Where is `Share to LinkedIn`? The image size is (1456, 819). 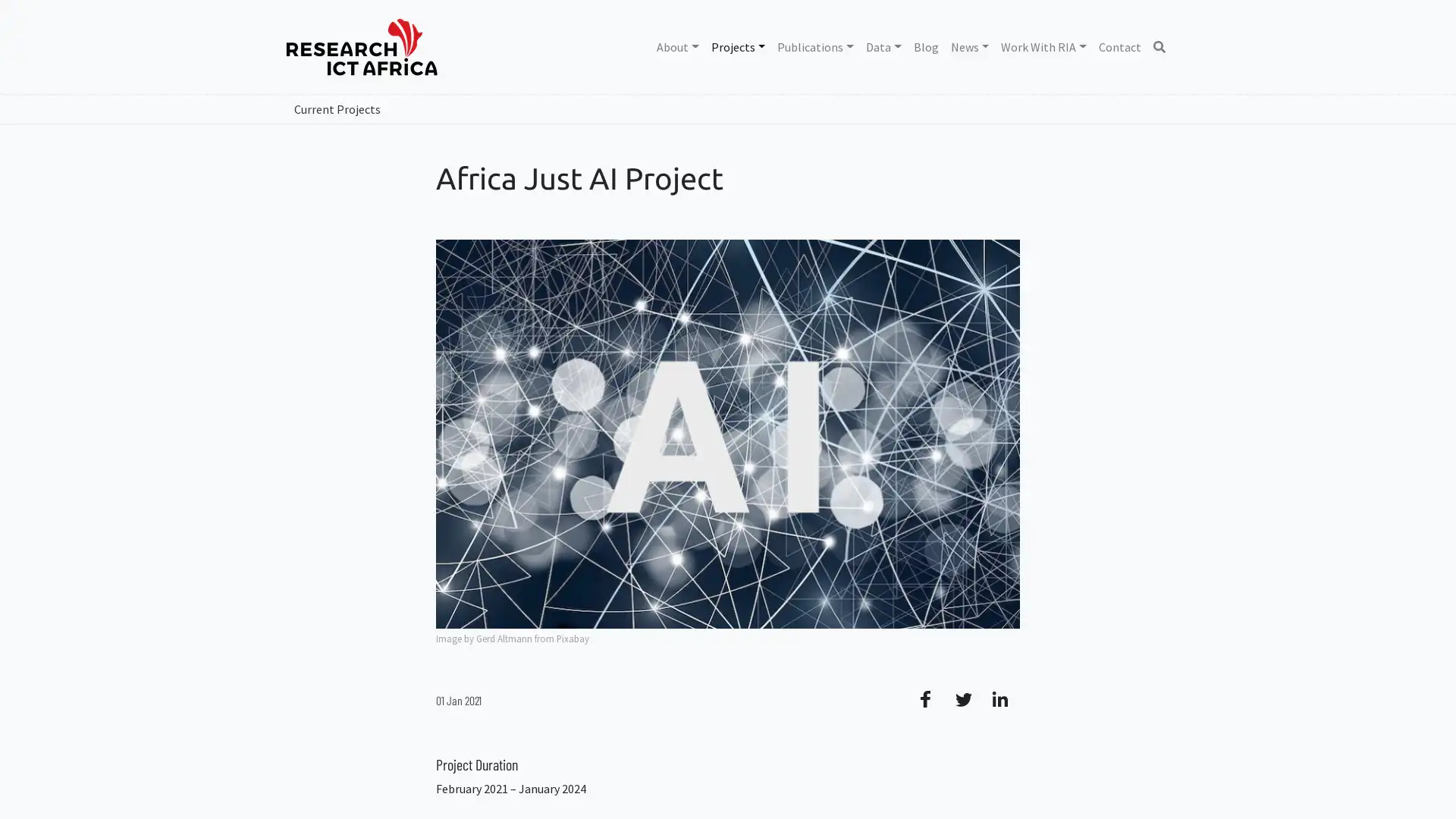 Share to LinkedIn is located at coordinates (1002, 698).